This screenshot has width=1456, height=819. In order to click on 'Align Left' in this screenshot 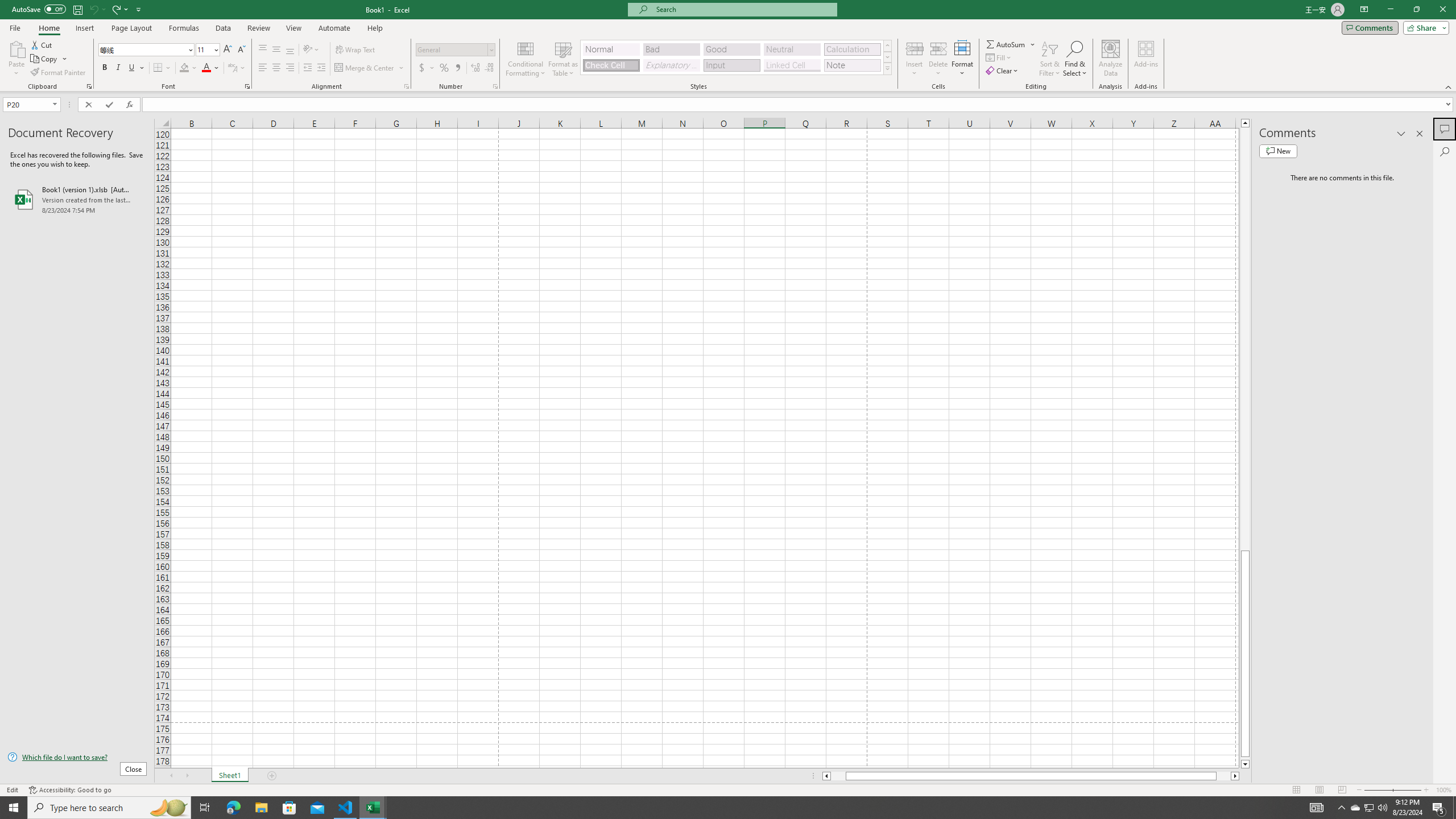, I will do `click(262, 67)`.